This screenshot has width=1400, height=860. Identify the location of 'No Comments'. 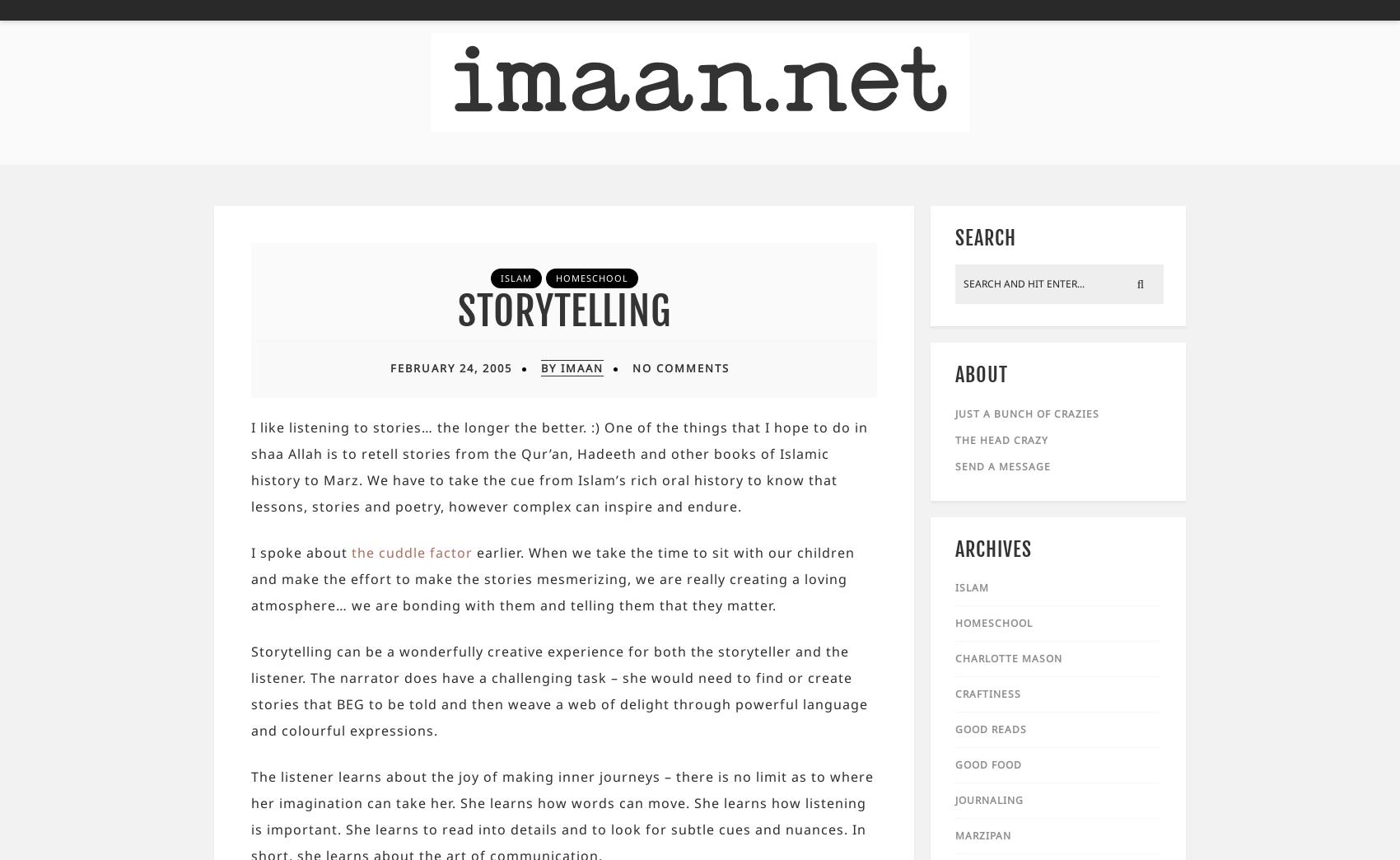
(680, 367).